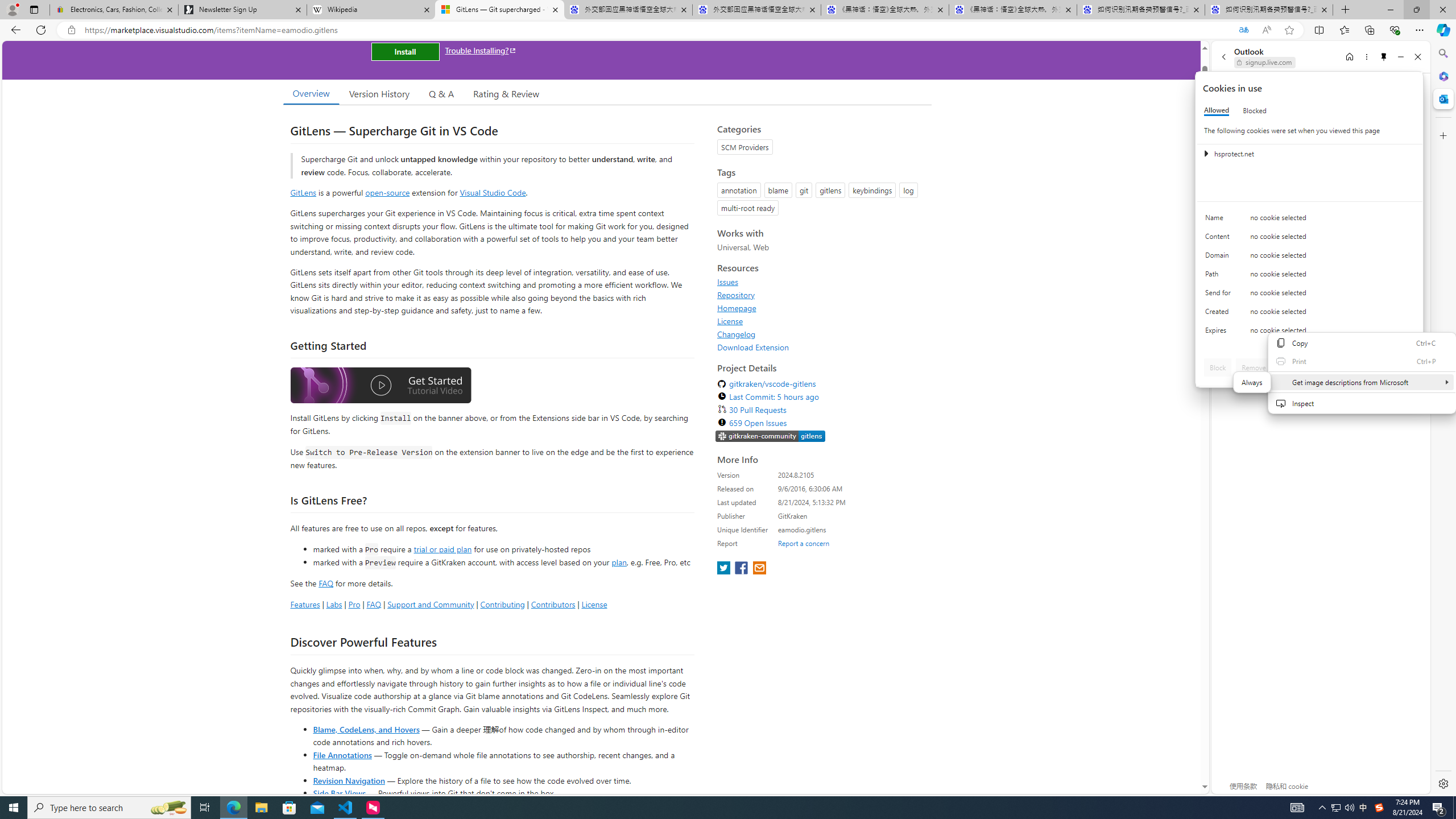  Describe the element at coordinates (1219, 333) in the screenshot. I see `'Expires'` at that location.